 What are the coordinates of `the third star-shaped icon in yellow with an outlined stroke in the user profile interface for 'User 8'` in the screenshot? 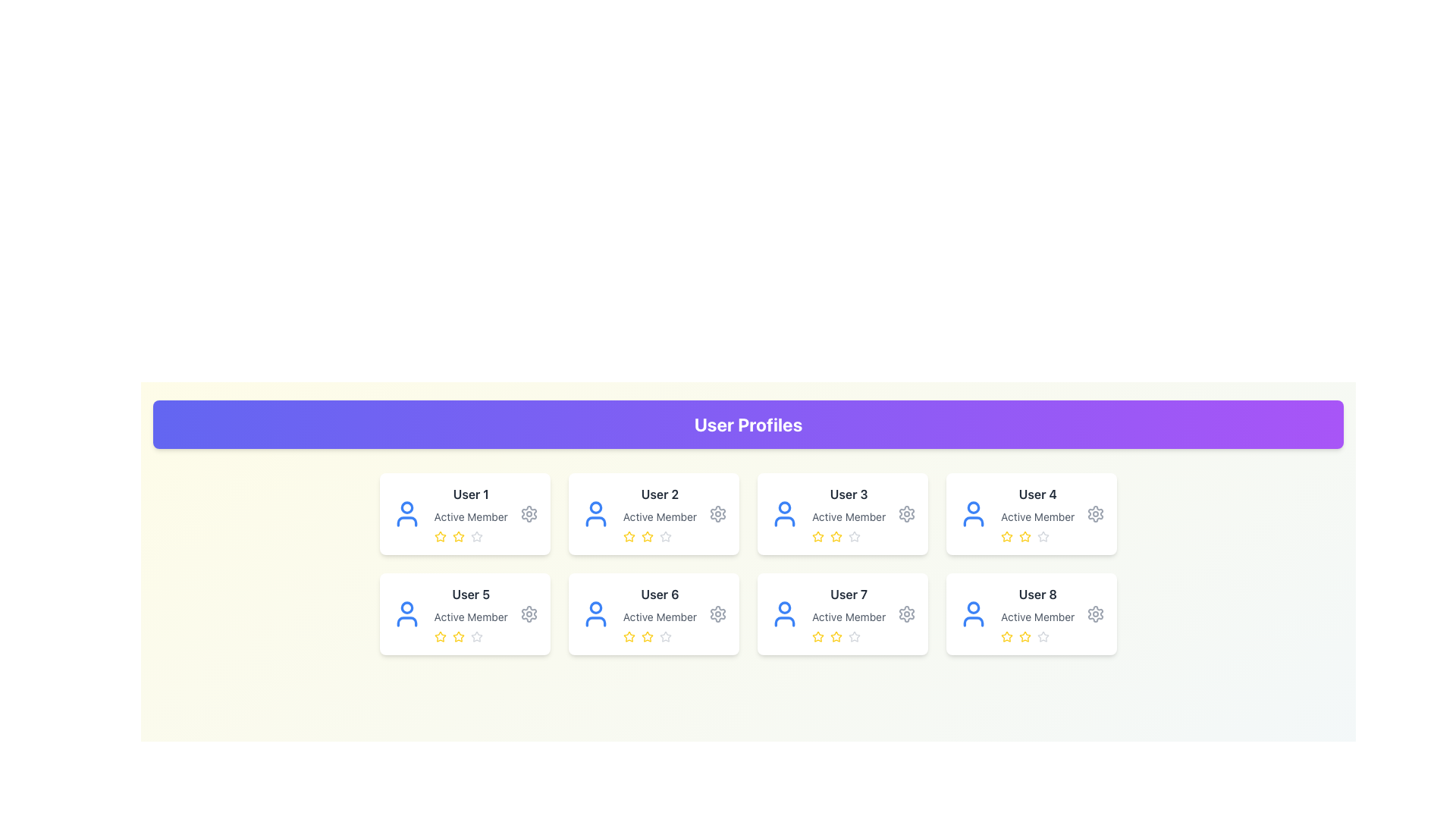 It's located at (1025, 637).